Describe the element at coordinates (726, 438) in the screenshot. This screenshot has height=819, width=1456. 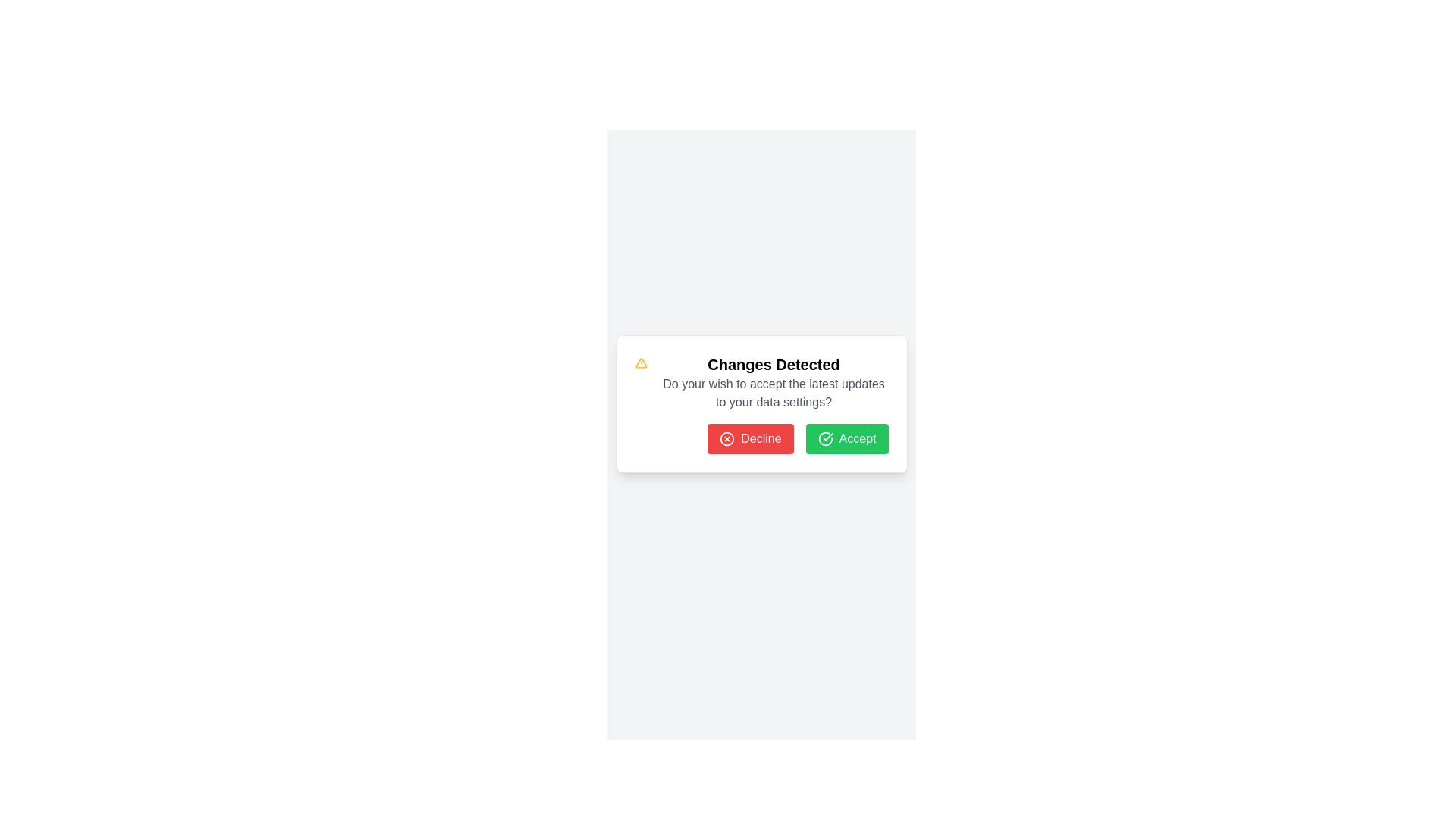
I see `the Decline icon located on the left side of the 'Decline' button at the bottom of the dialog box to initiate the associated action` at that location.